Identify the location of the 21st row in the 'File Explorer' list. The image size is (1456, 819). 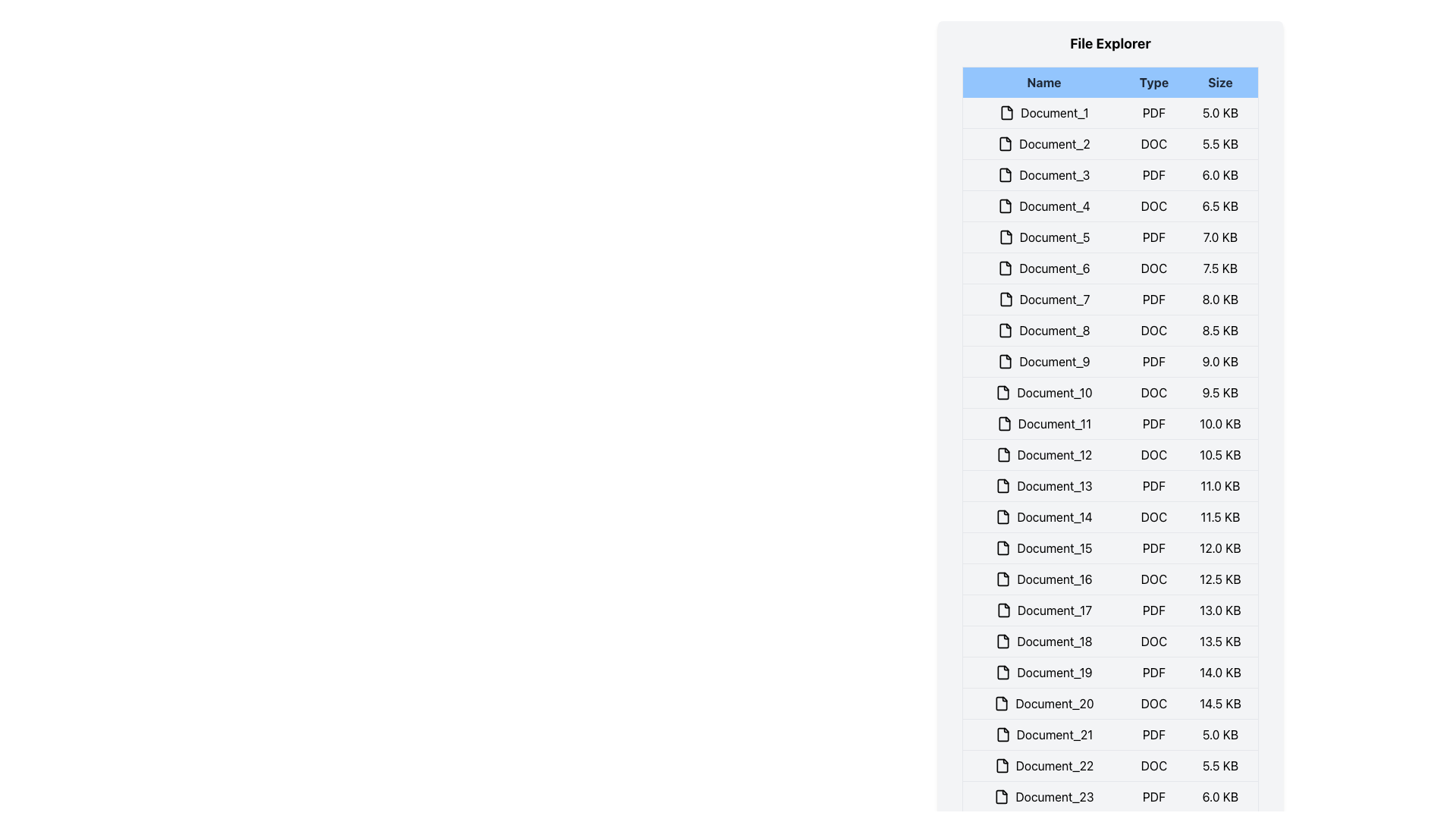
(1110, 733).